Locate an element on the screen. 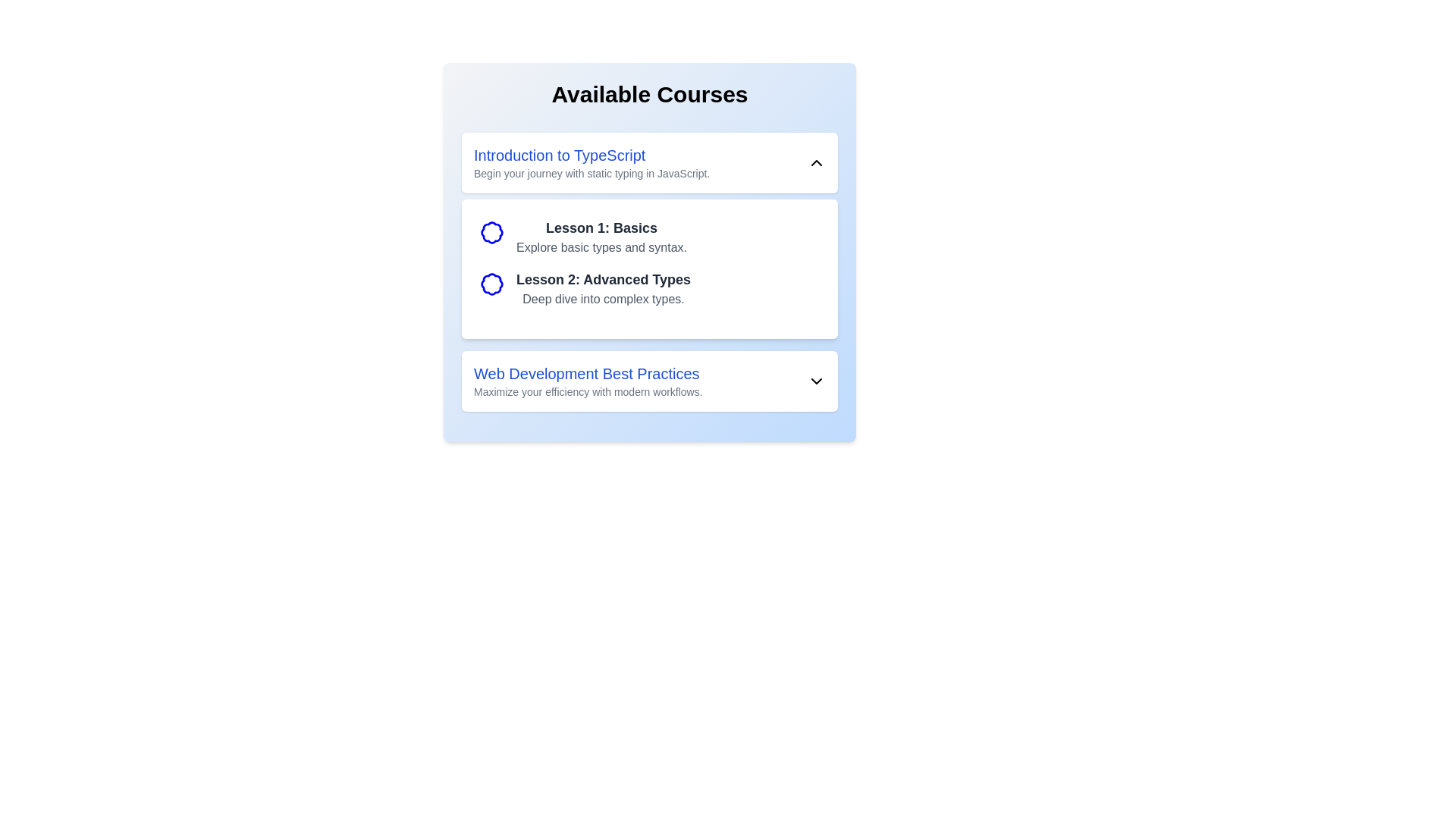 The image size is (1456, 819). the icon representing 'Lesson 1: Basics' located in the middle card of the 'Available Courses' panel, positioned to the left of the lesson title text is located at coordinates (491, 233).